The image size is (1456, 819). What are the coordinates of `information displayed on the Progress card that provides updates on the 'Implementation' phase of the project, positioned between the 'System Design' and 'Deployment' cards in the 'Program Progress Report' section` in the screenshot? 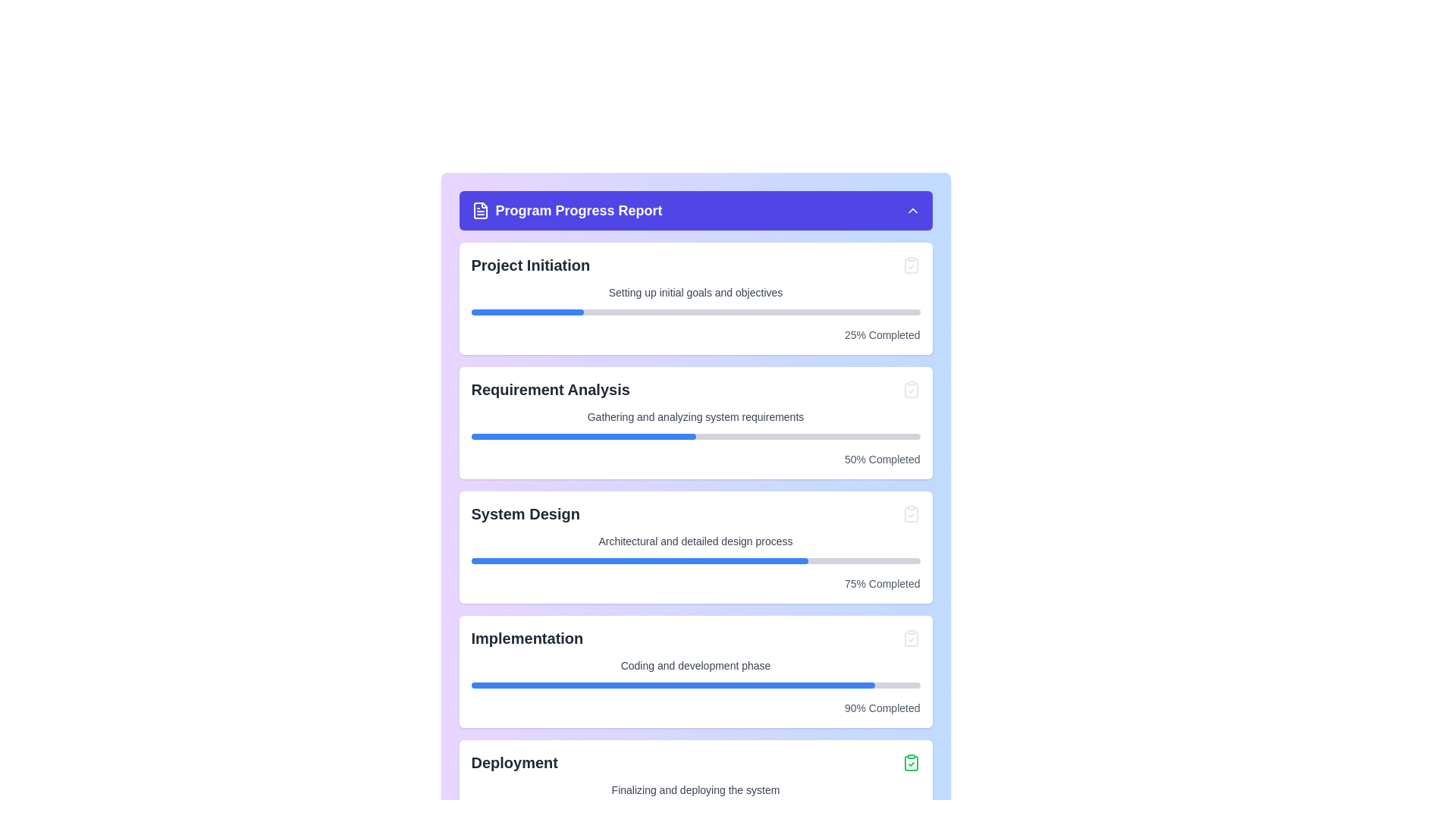 It's located at (695, 671).